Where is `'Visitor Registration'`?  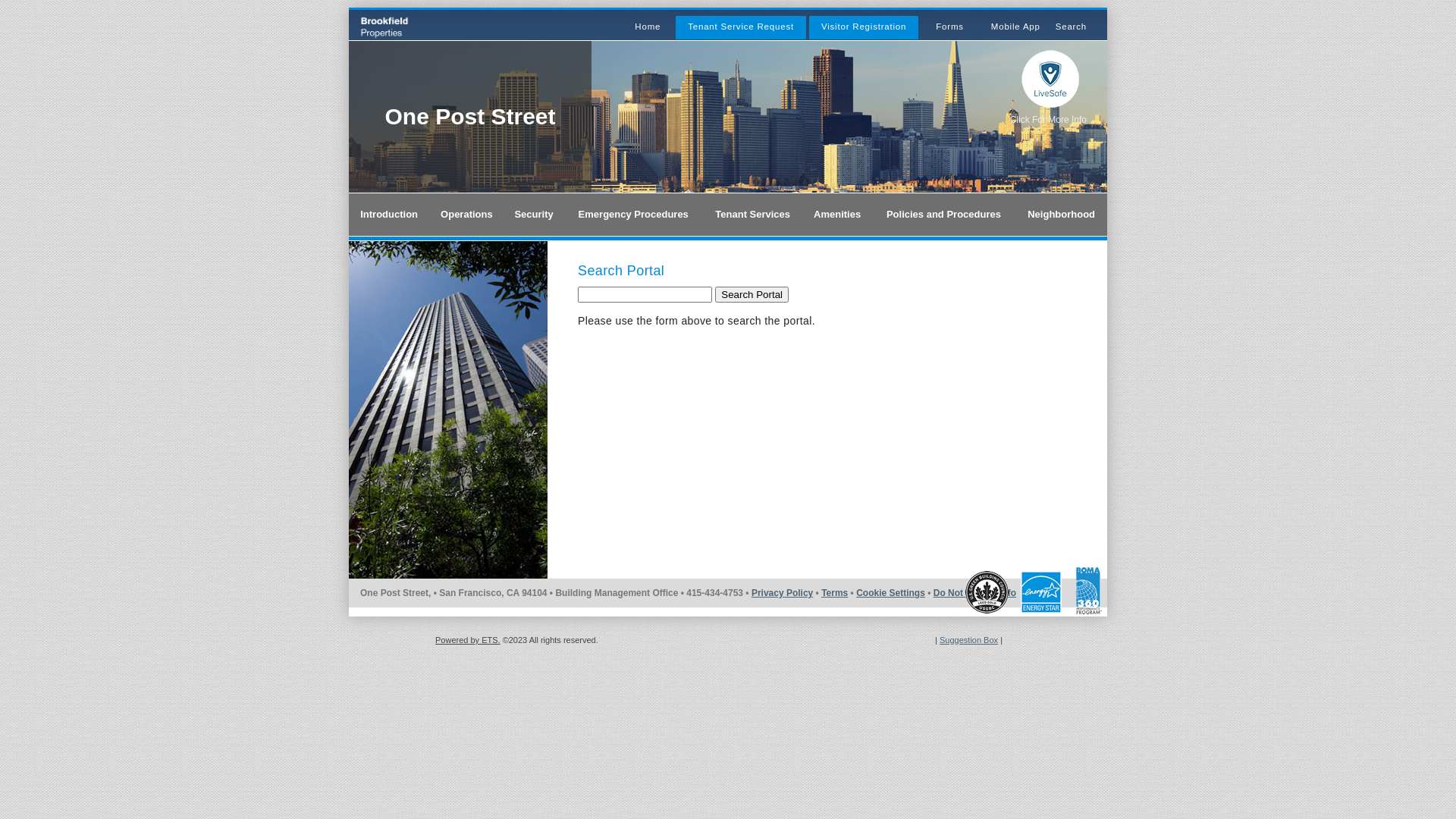 'Visitor Registration' is located at coordinates (863, 26).